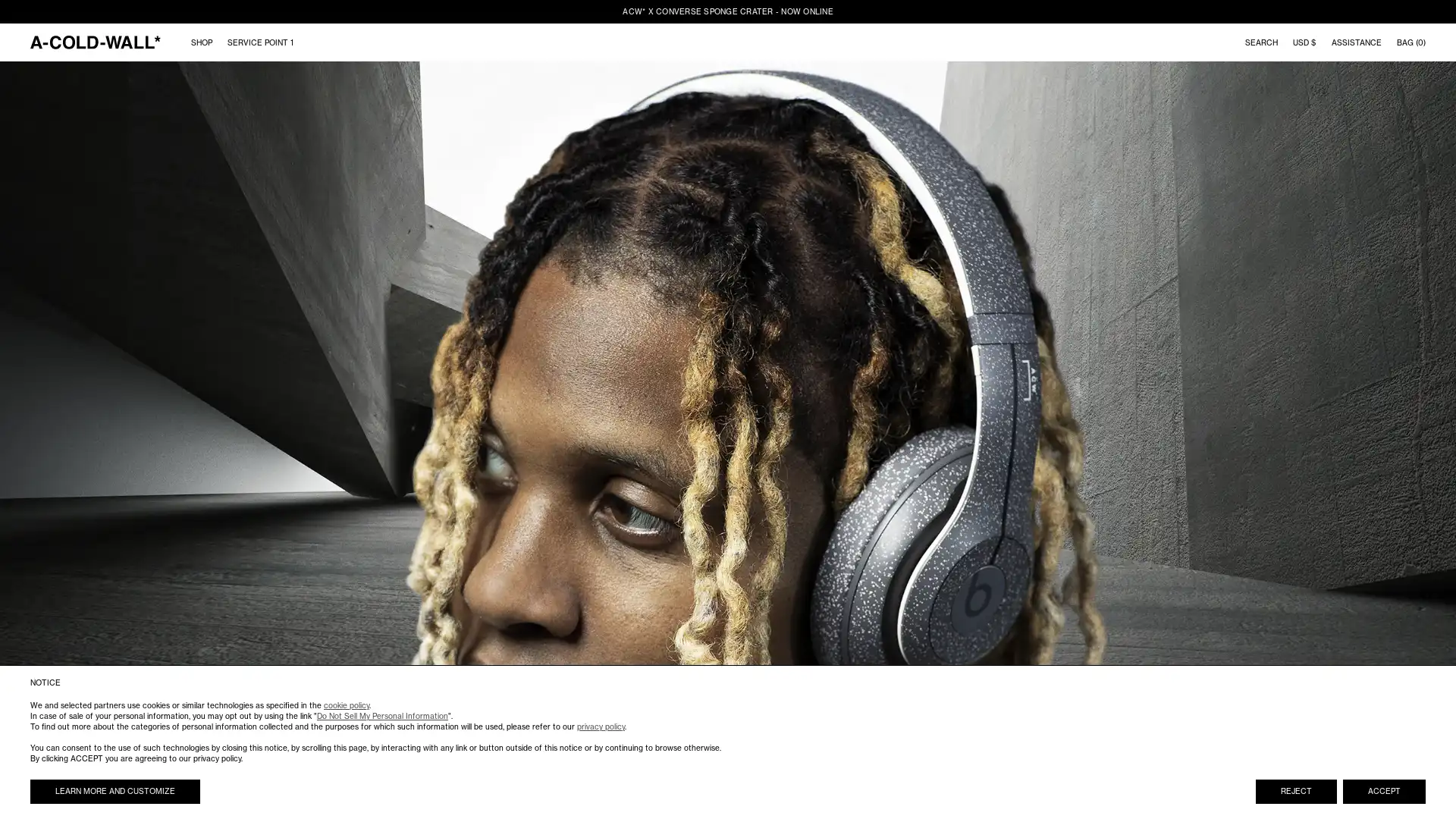  Describe the element at coordinates (1384, 791) in the screenshot. I see `ACCEPT` at that location.